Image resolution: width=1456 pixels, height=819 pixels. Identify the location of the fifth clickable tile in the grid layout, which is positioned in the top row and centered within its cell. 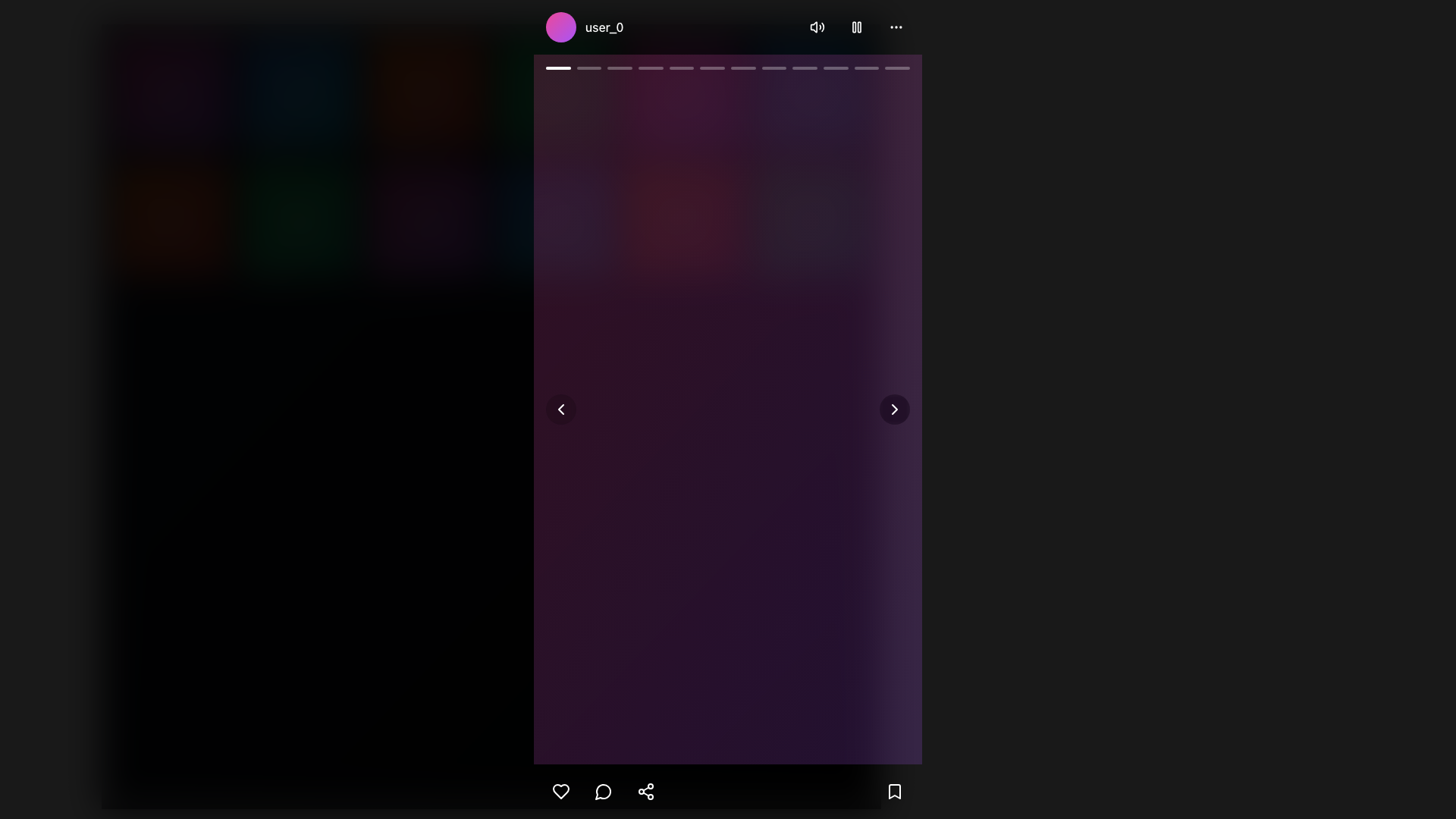
(554, 94).